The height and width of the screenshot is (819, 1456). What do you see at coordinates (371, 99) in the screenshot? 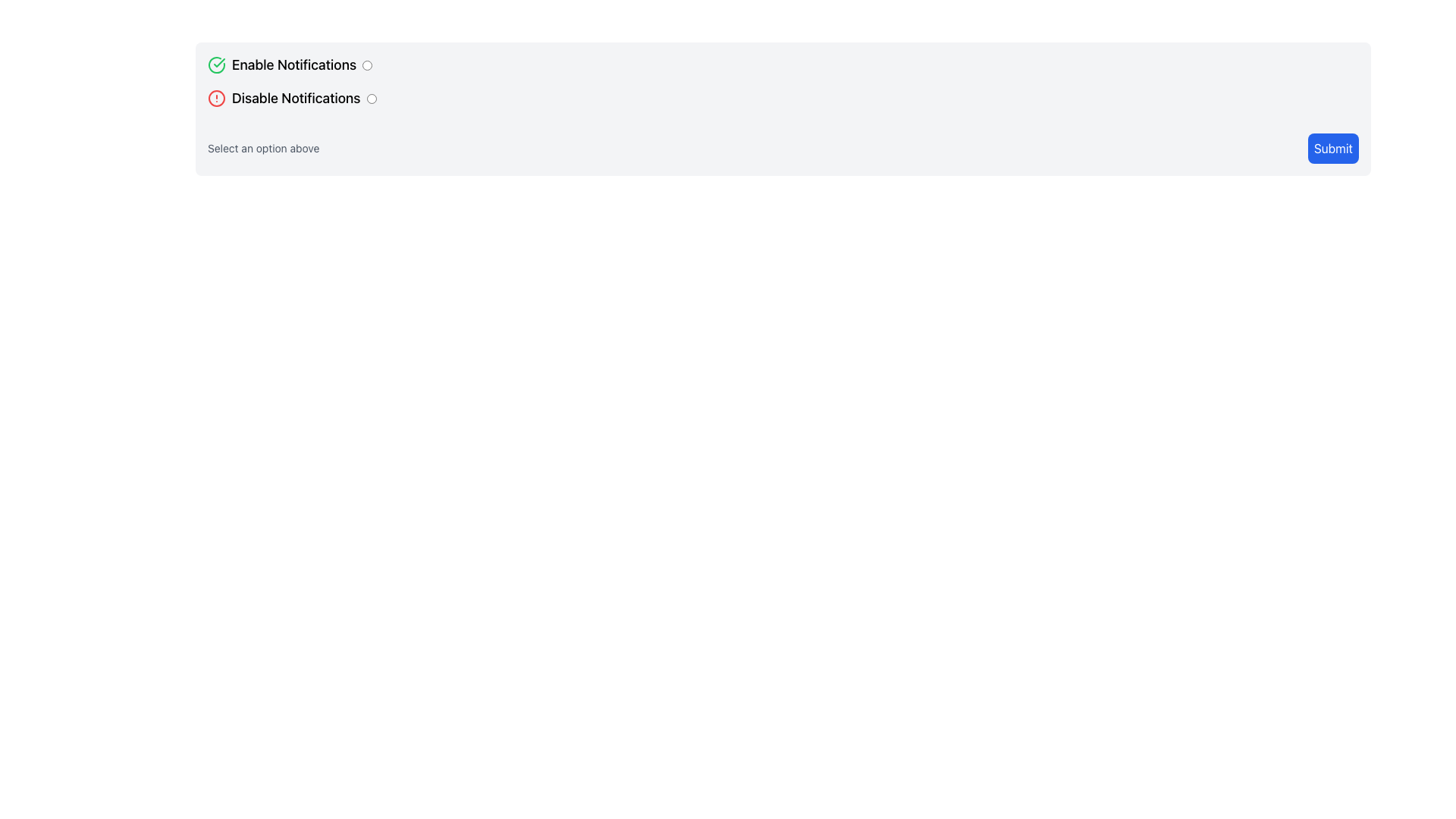
I see `the 'Disable Notifications' radio button` at bounding box center [371, 99].